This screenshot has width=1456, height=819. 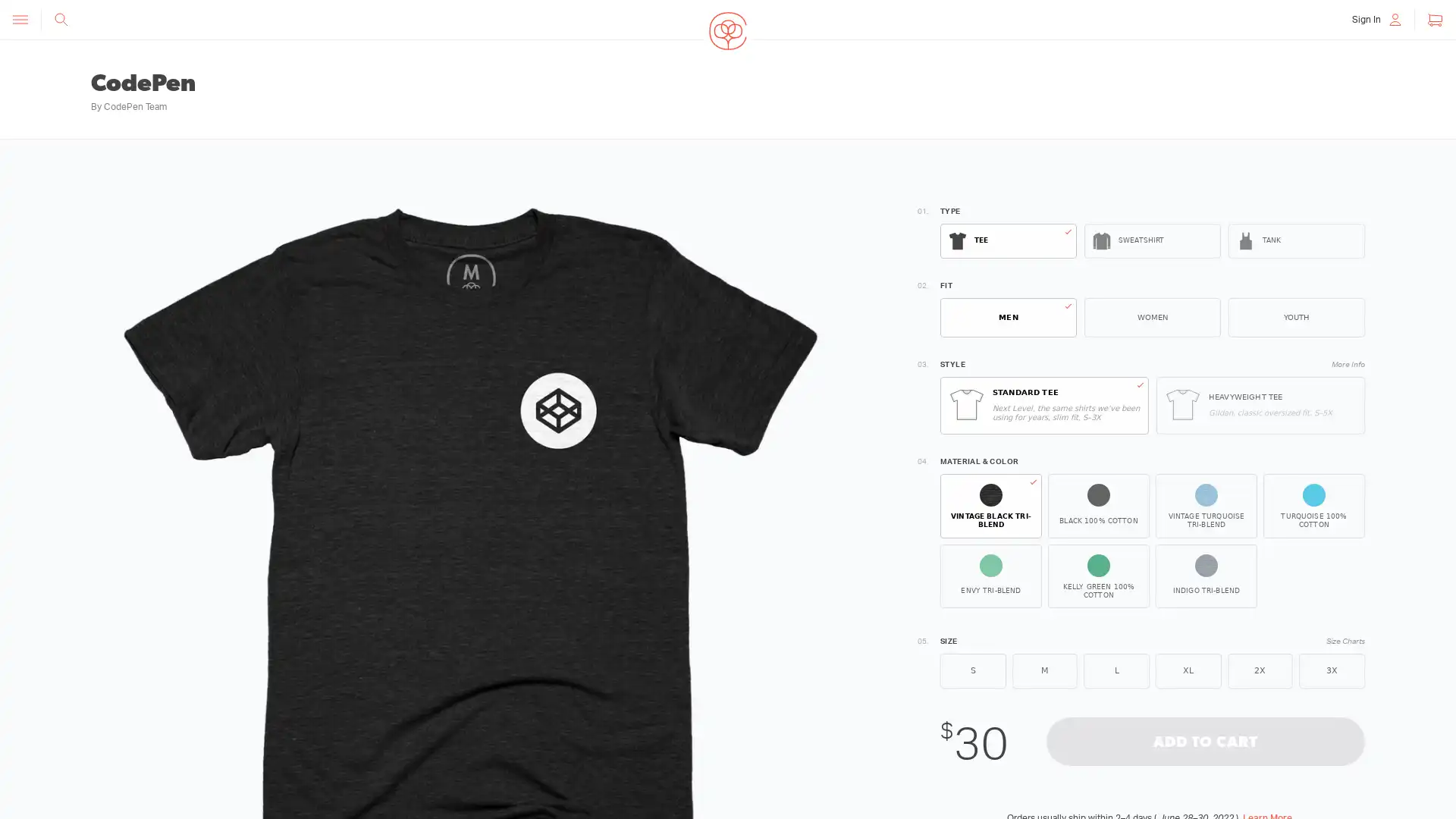 What do you see at coordinates (1205, 576) in the screenshot?
I see `INDIGO TRI-BLEND` at bounding box center [1205, 576].